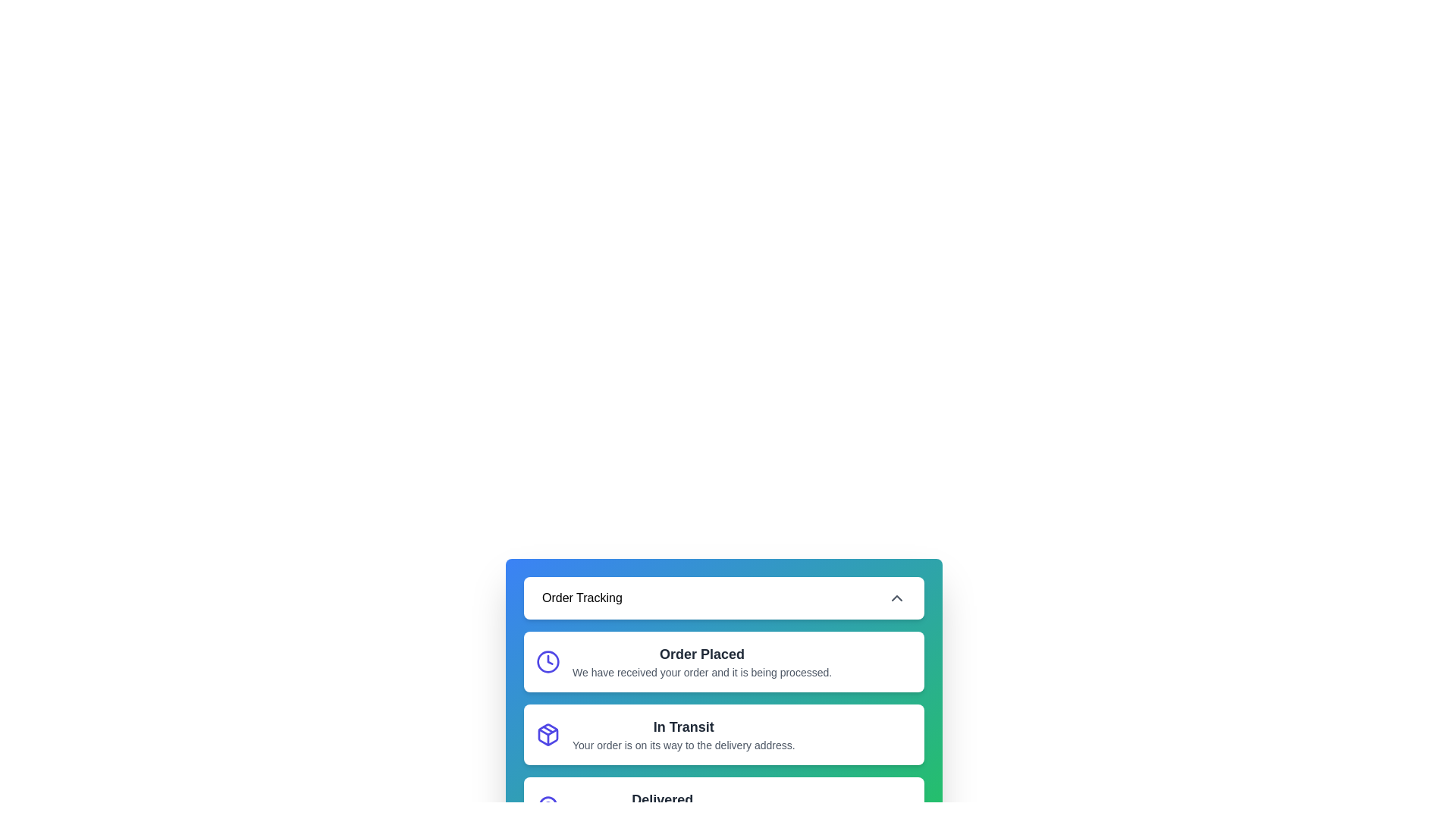 The width and height of the screenshot is (1456, 819). I want to click on the toggle button to expand or collapse the order tracking panel, so click(723, 598).